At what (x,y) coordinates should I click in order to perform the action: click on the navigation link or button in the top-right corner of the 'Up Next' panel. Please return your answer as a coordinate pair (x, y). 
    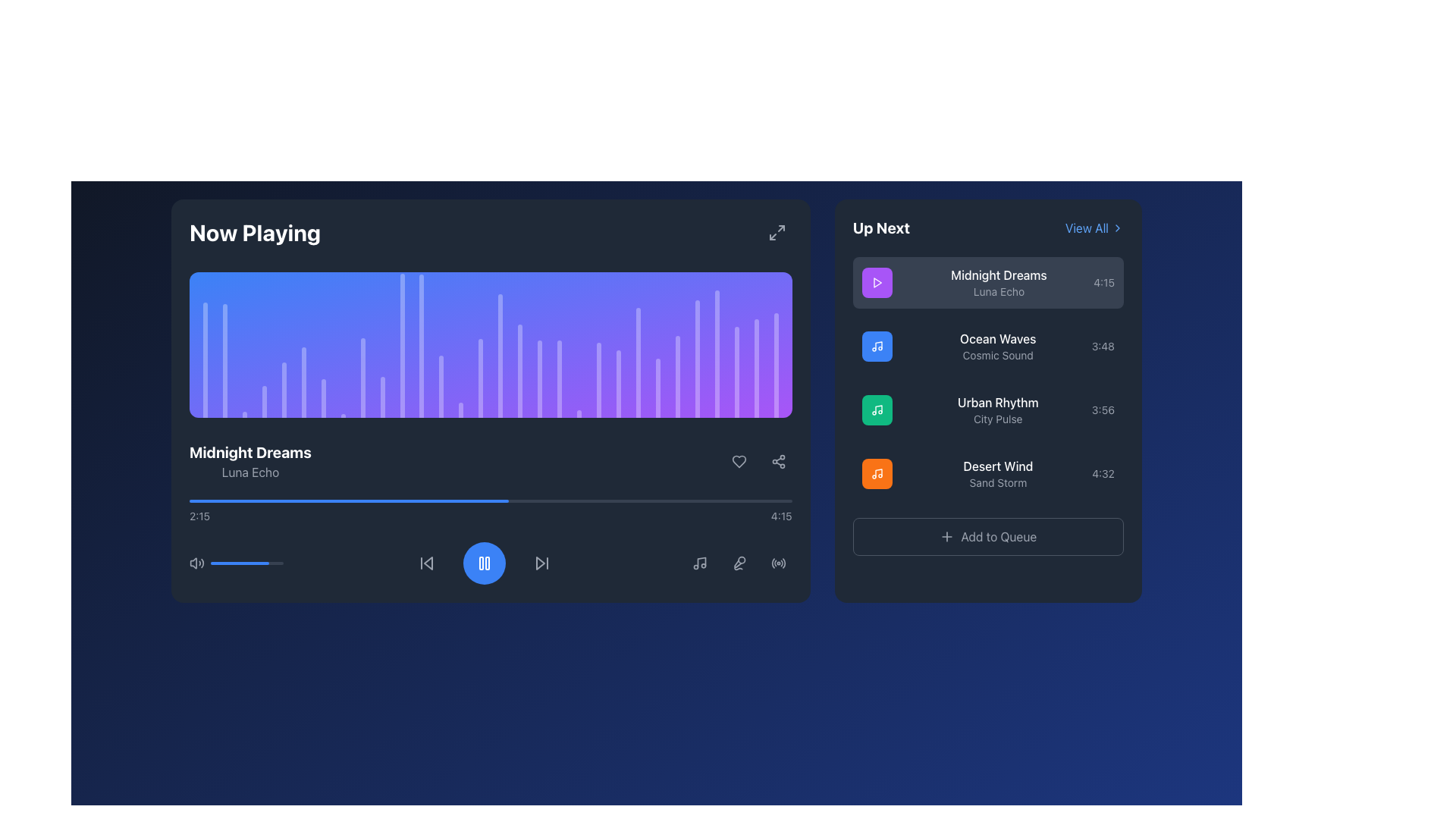
    Looking at the image, I should click on (1086, 227).